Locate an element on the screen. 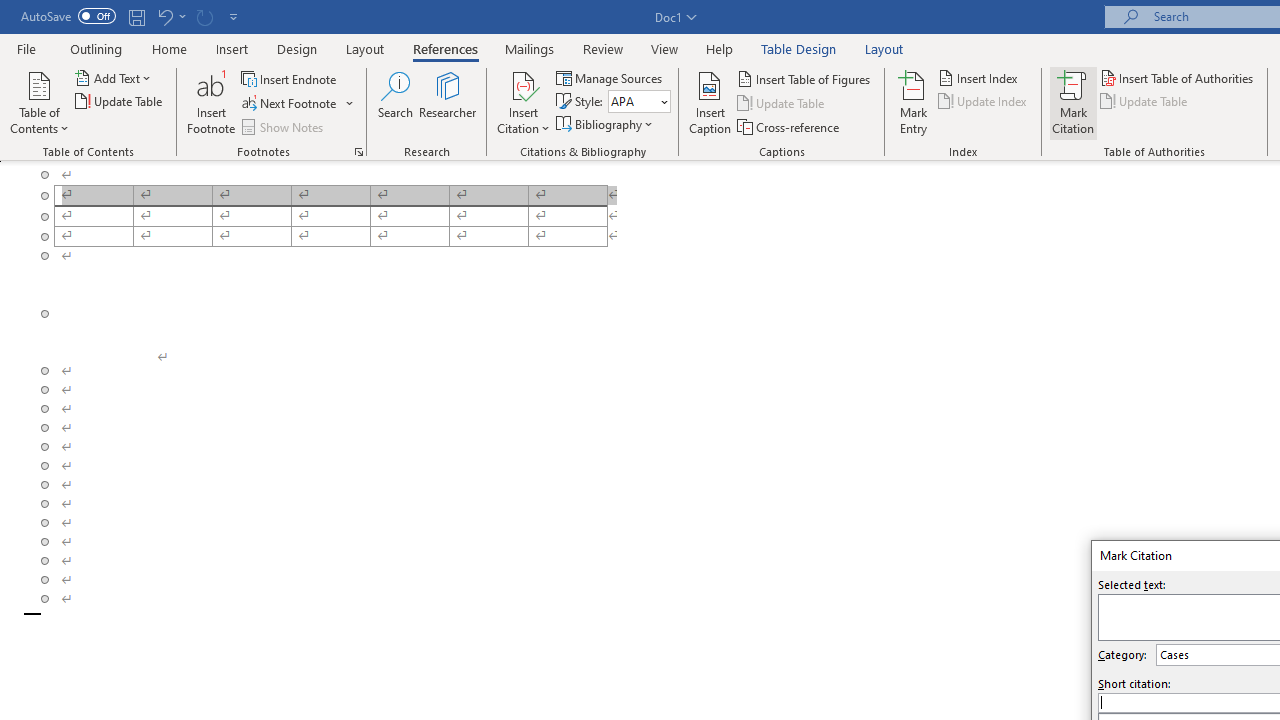  'Update Index' is located at coordinates (984, 101).